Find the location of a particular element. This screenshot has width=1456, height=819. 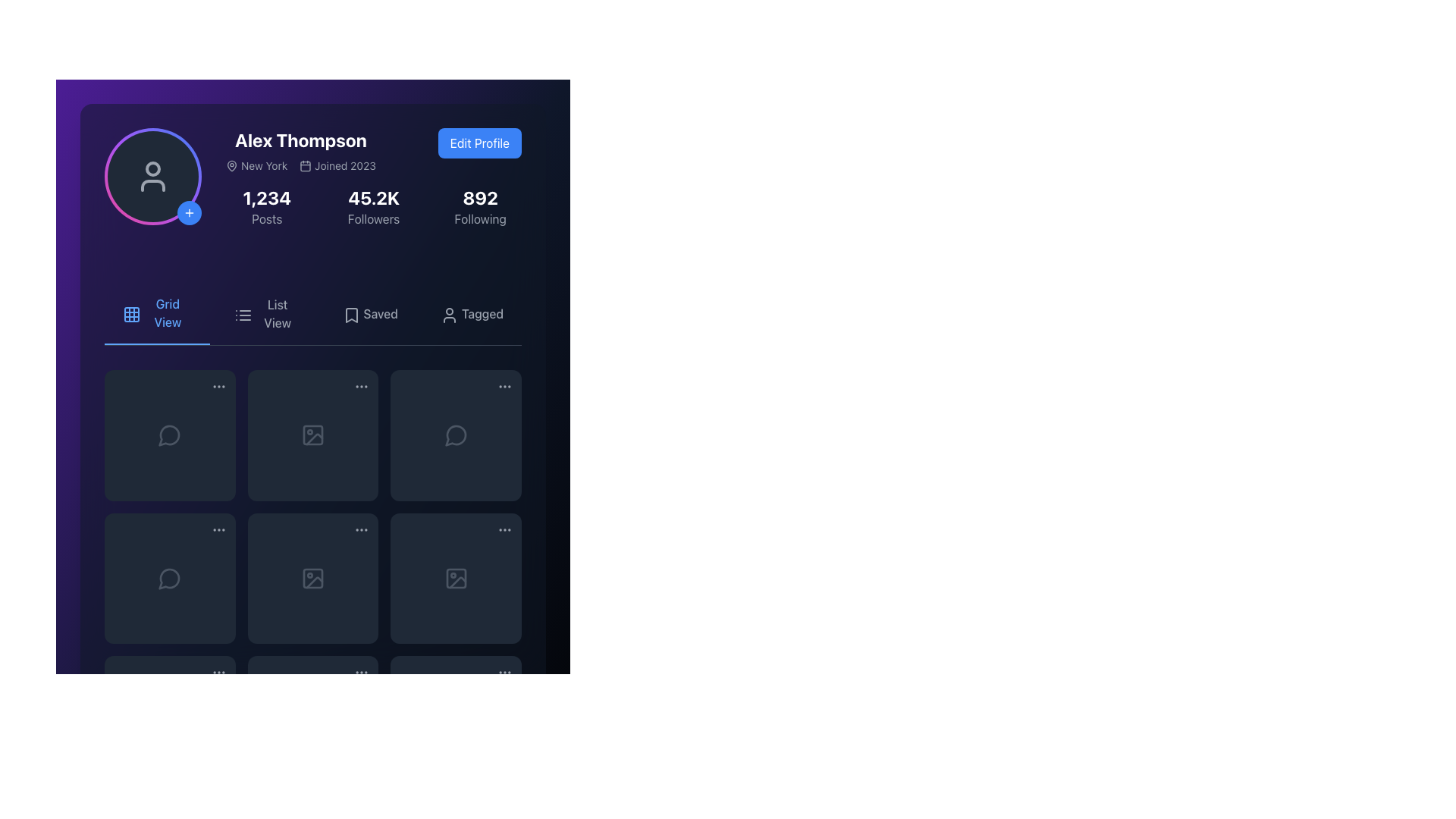

the ellipses menu trigger button located in the top-right corner of the second card in the third row of the grid layout is located at coordinates (218, 529).